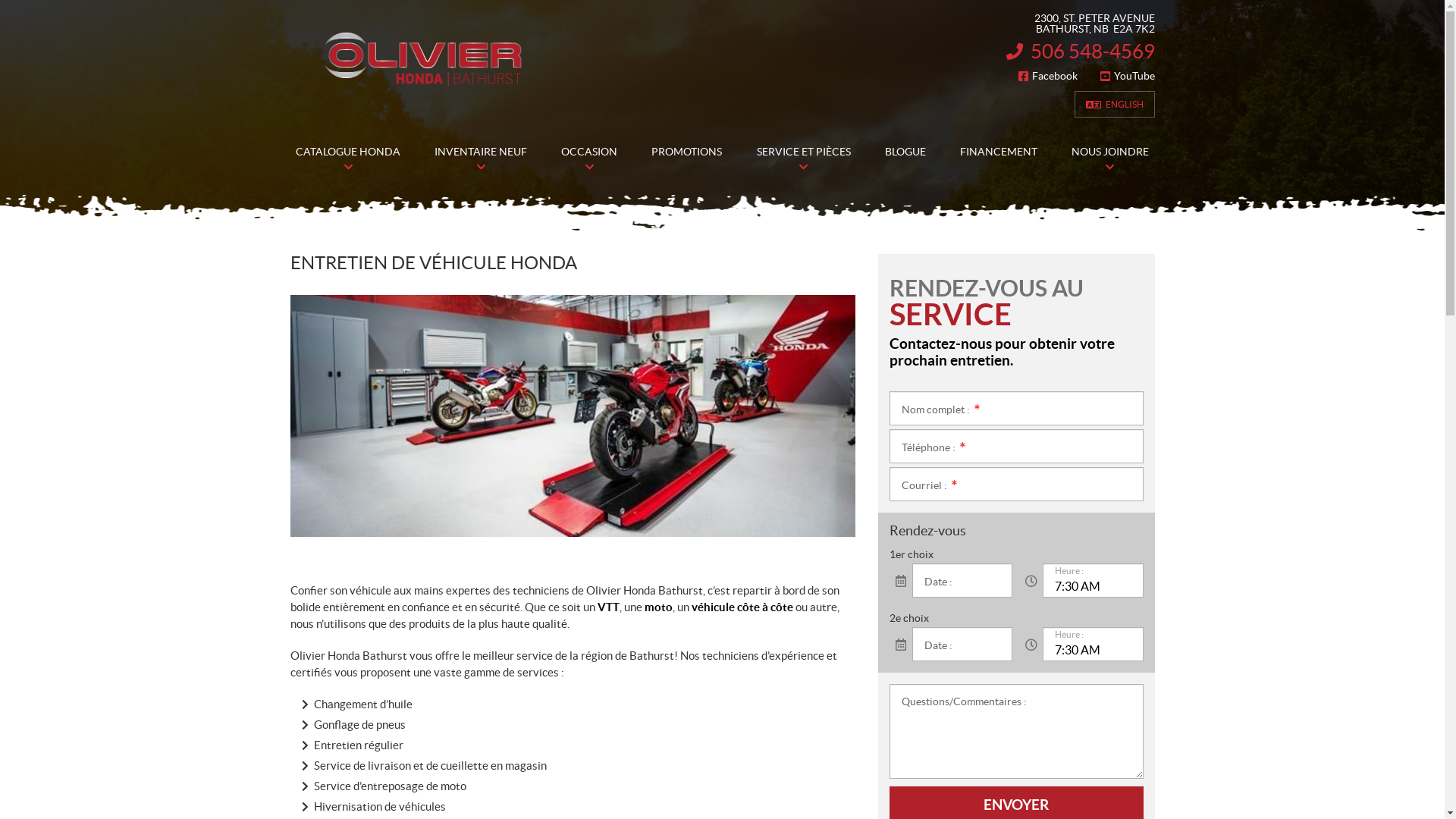 This screenshot has height=819, width=1456. What do you see at coordinates (905, 152) in the screenshot?
I see `'BLOGUE'` at bounding box center [905, 152].